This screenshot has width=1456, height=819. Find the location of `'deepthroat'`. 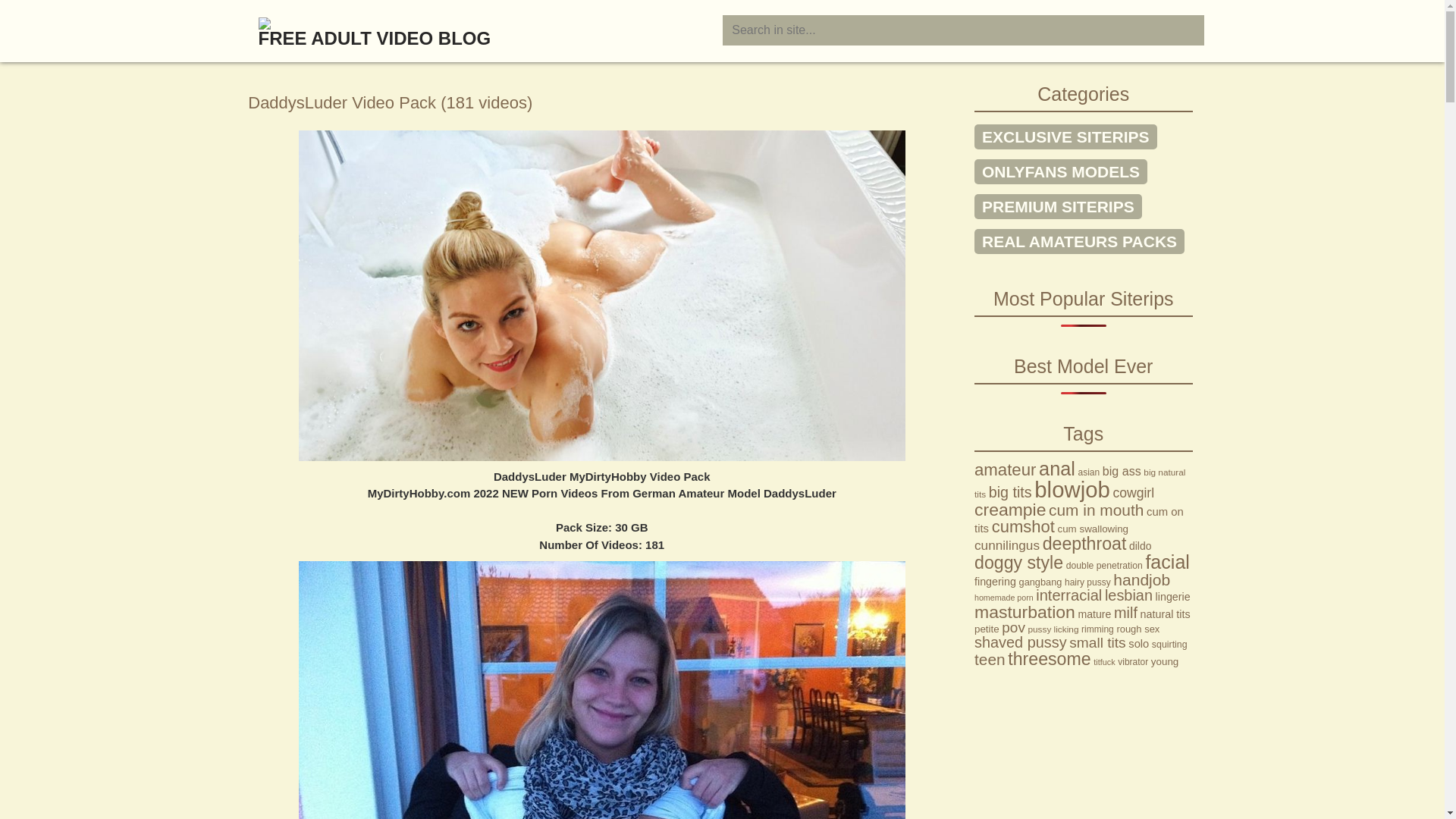

'deepthroat' is located at coordinates (1084, 543).